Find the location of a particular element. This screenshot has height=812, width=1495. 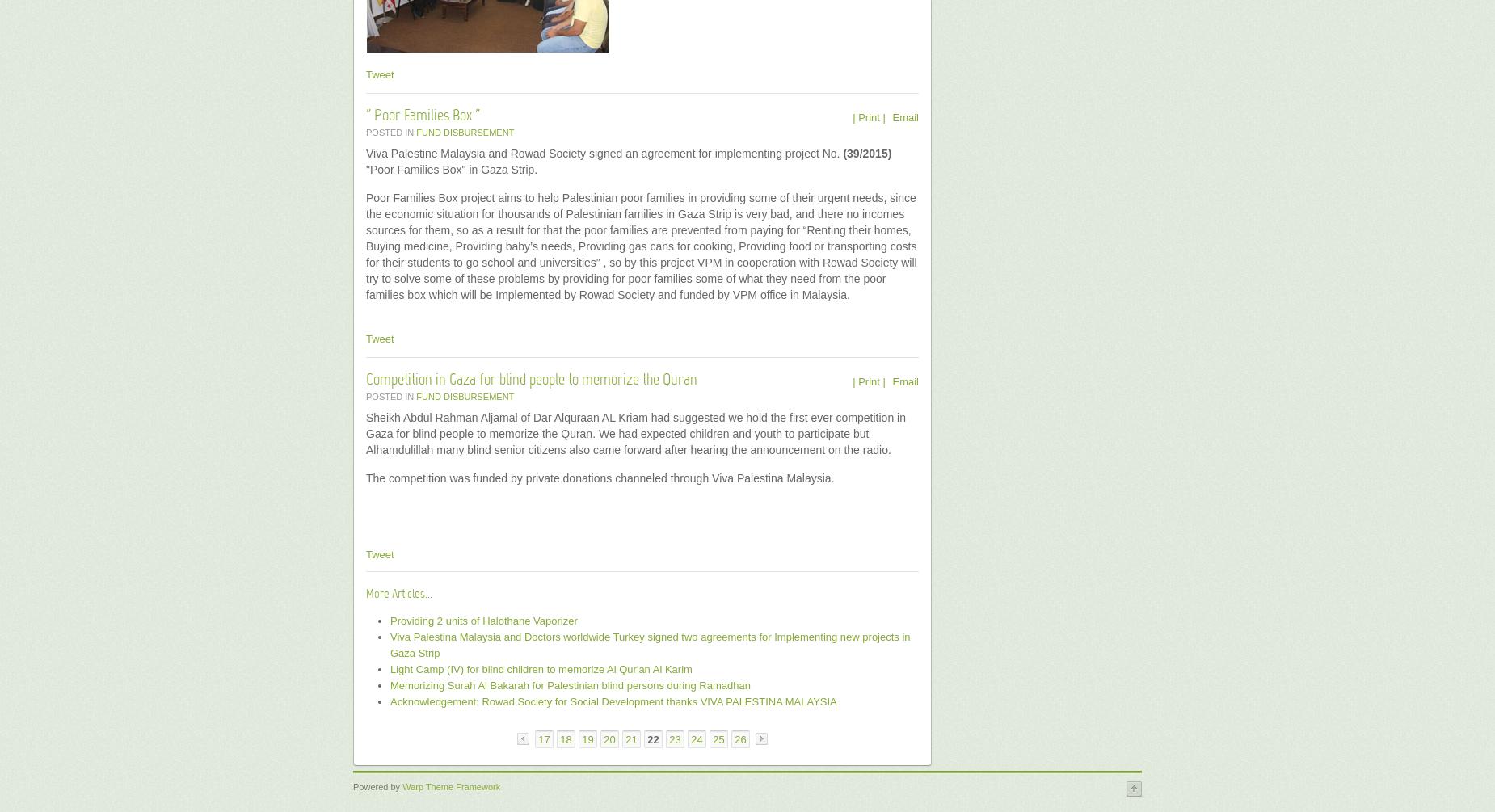

'"Poor Families Box" in Gaza Strip.' is located at coordinates (452, 169).